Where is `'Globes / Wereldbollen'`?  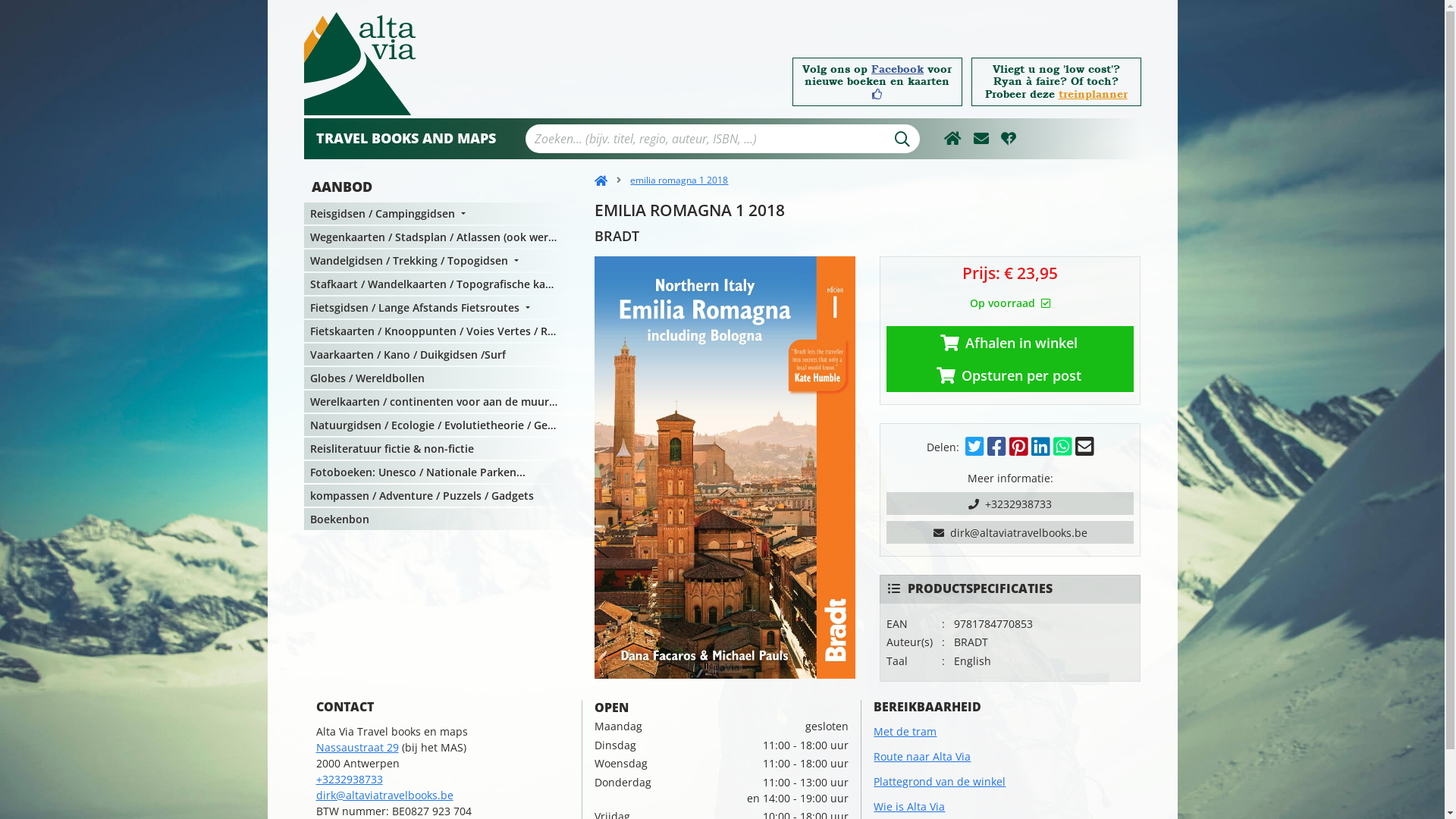
'Globes / Wereldbollen' is located at coordinates (436, 377).